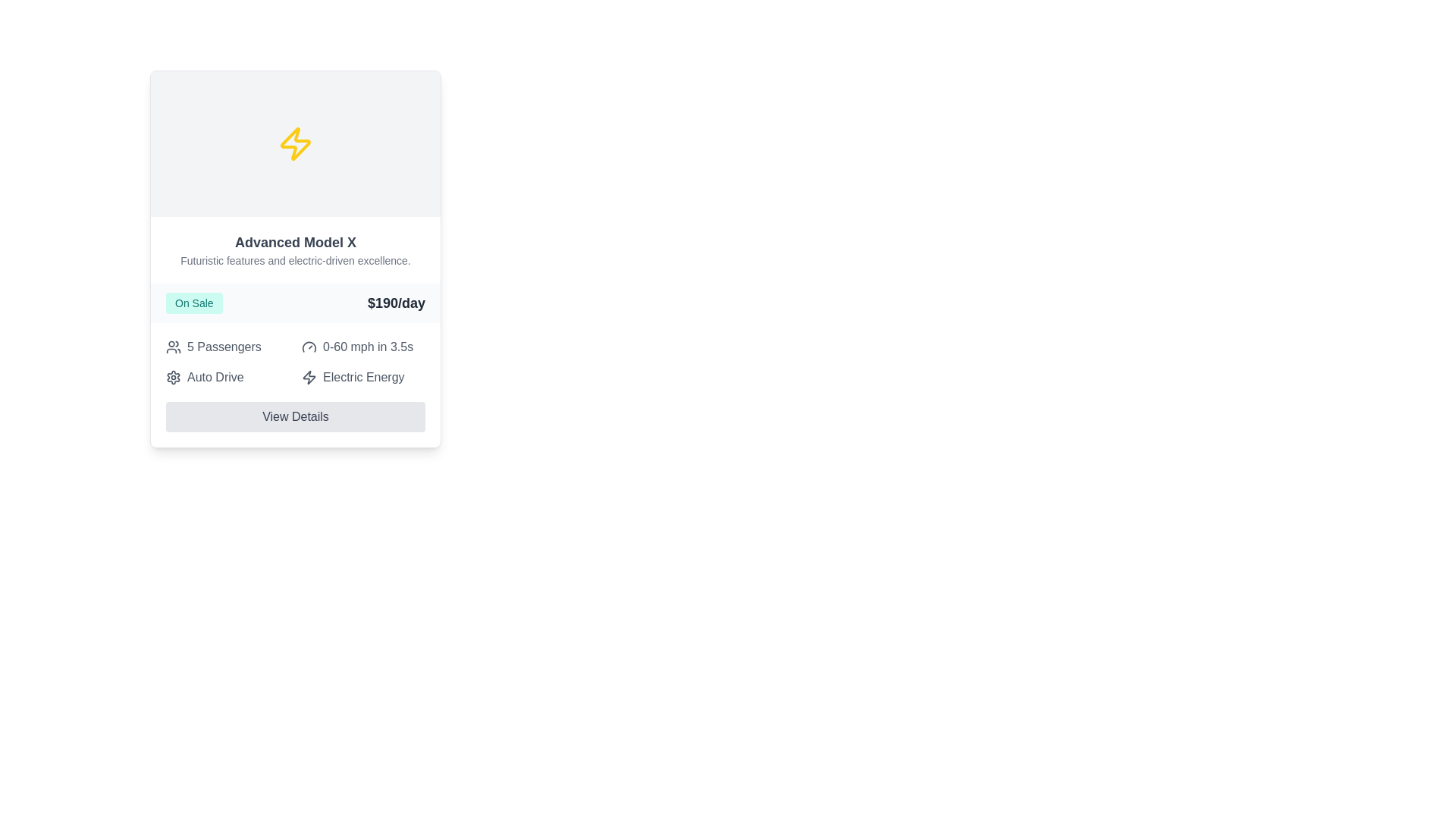 The image size is (1456, 819). What do you see at coordinates (295, 303) in the screenshot?
I see `the Static informational widget that displays the 'On Sale' badge in teal and white, along with the price '$190/day' in dark gray, located centrally towards the bottom of the information card` at bounding box center [295, 303].